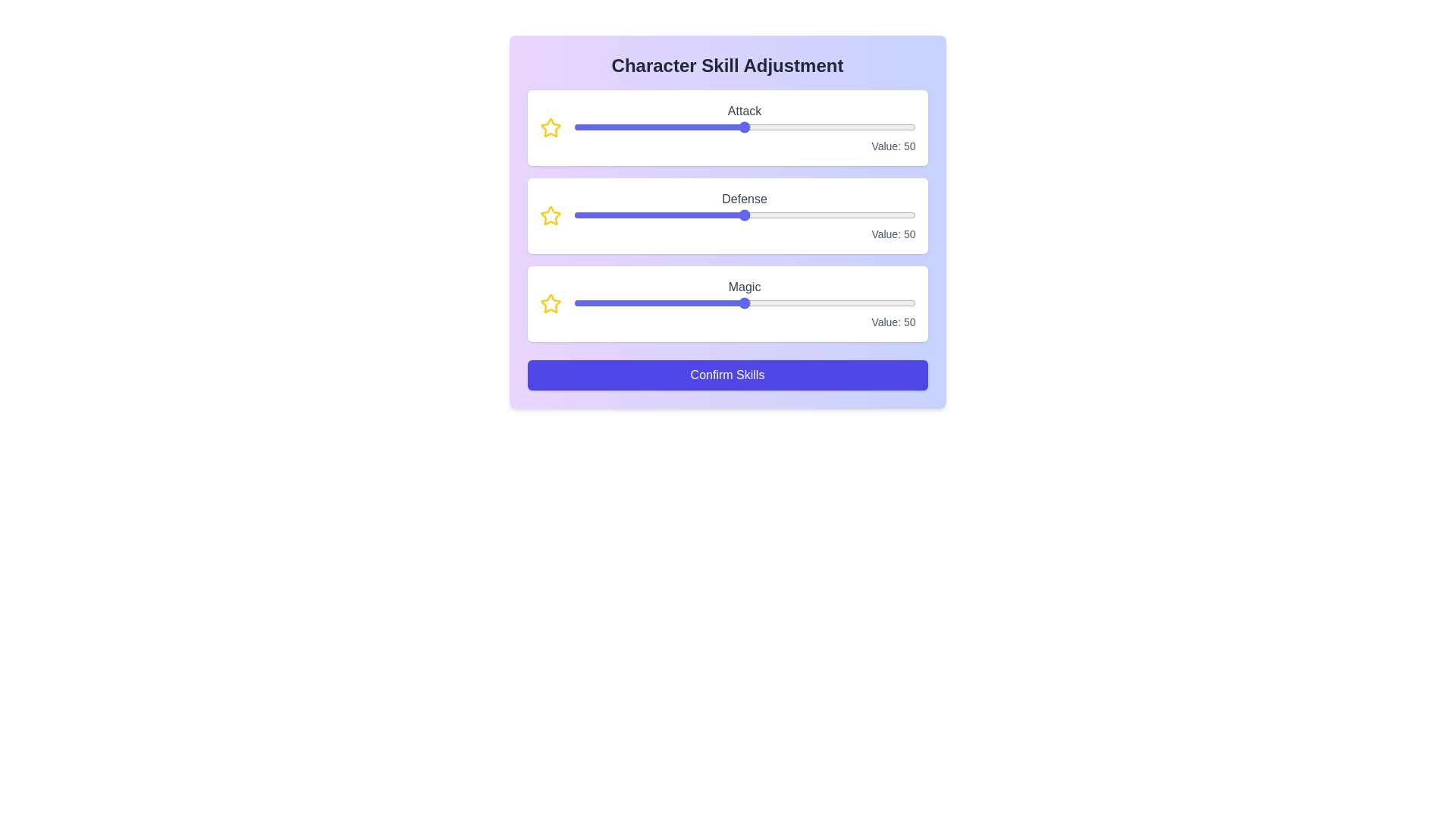 The height and width of the screenshot is (819, 1456). Describe the element at coordinates (857, 215) in the screenshot. I see `the 1 slider to 66` at that location.